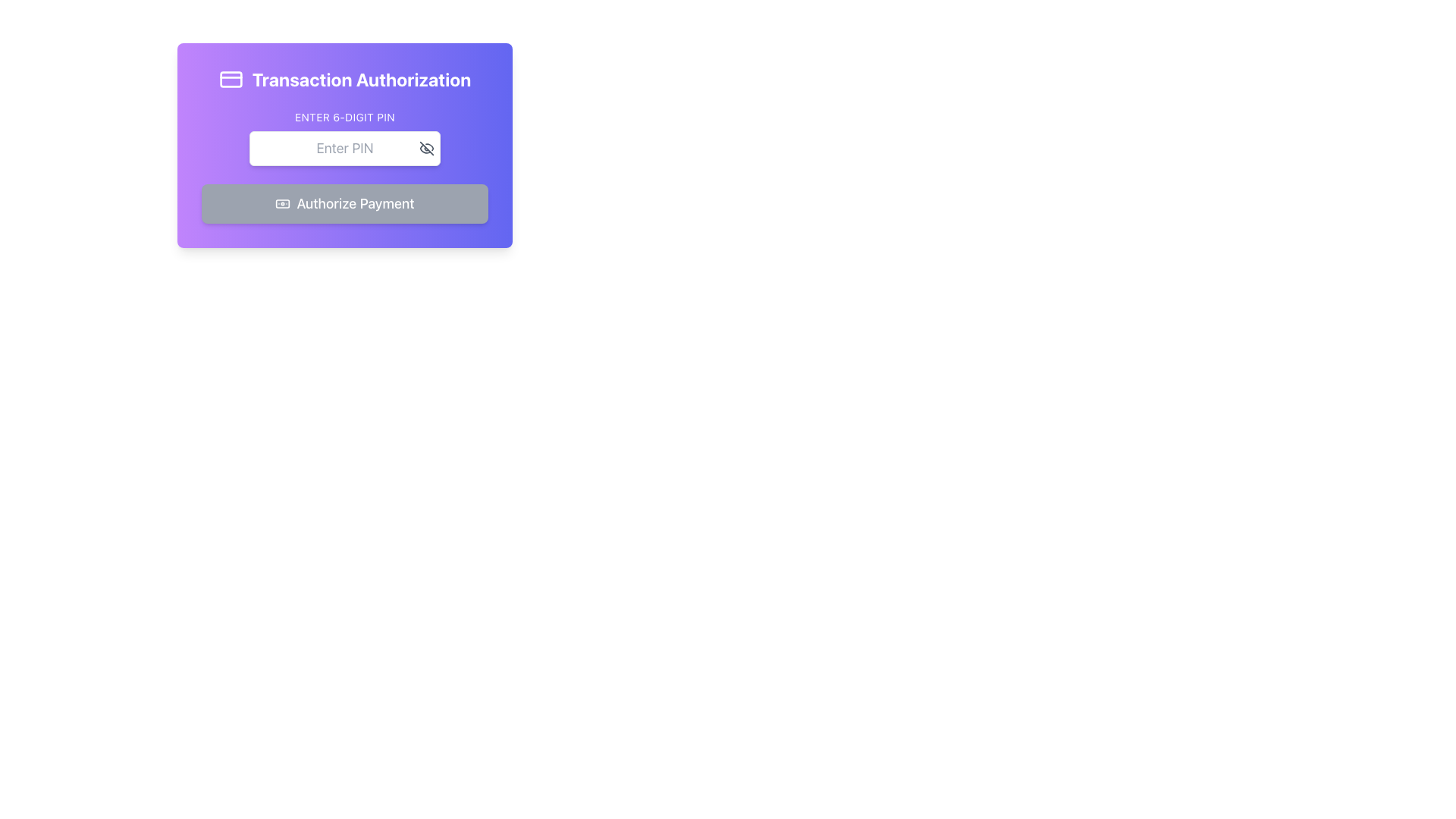  Describe the element at coordinates (344, 116) in the screenshot. I see `the instruction label that prompts users to enter their 6-digit PIN, located above the 'Enter PIN' input field` at that location.